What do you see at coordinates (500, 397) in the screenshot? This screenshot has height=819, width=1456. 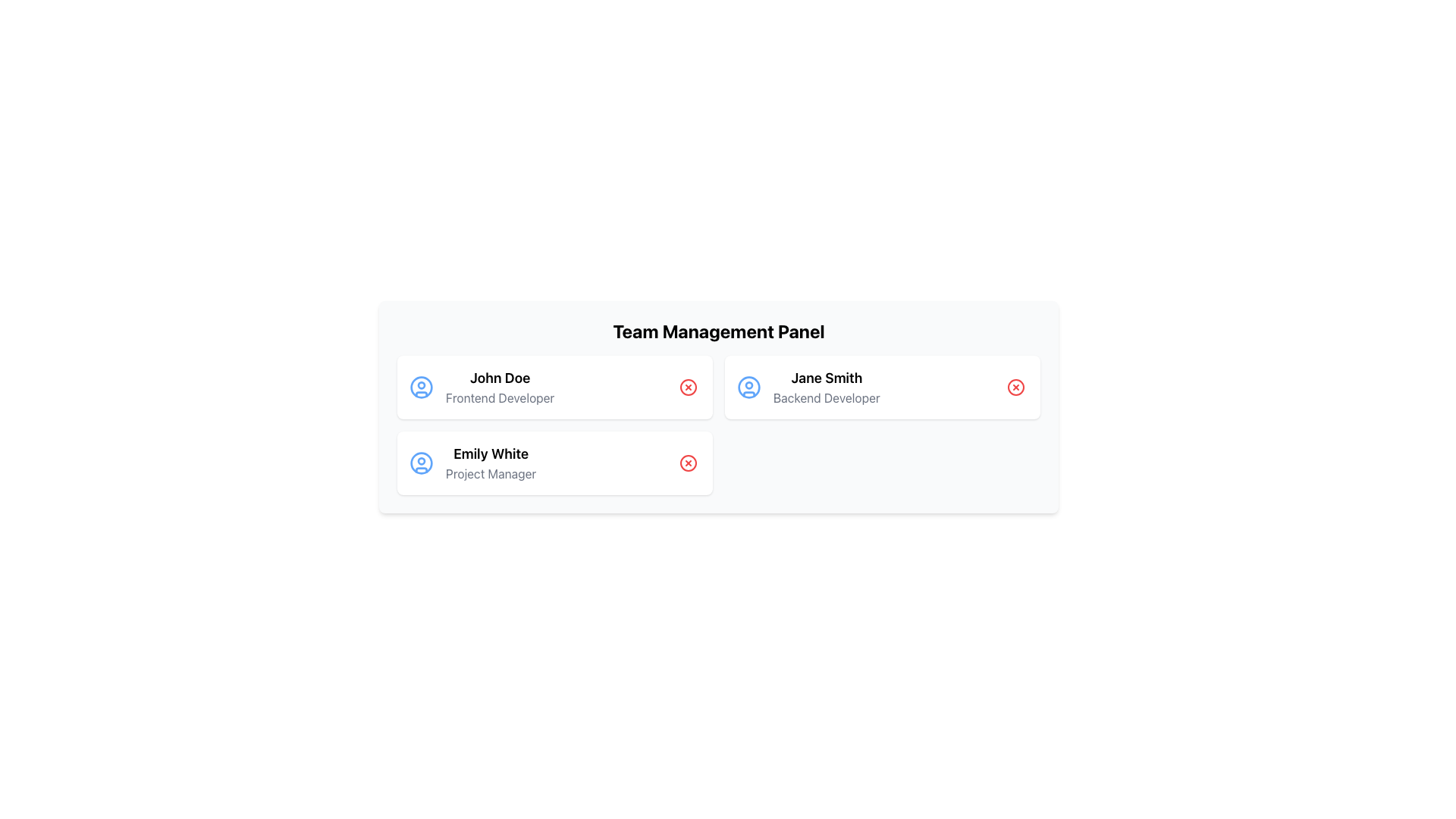 I see `the text label reading 'Frontend Developer' that is styled in gray and positioned below 'John Doe' in the profile card` at bounding box center [500, 397].